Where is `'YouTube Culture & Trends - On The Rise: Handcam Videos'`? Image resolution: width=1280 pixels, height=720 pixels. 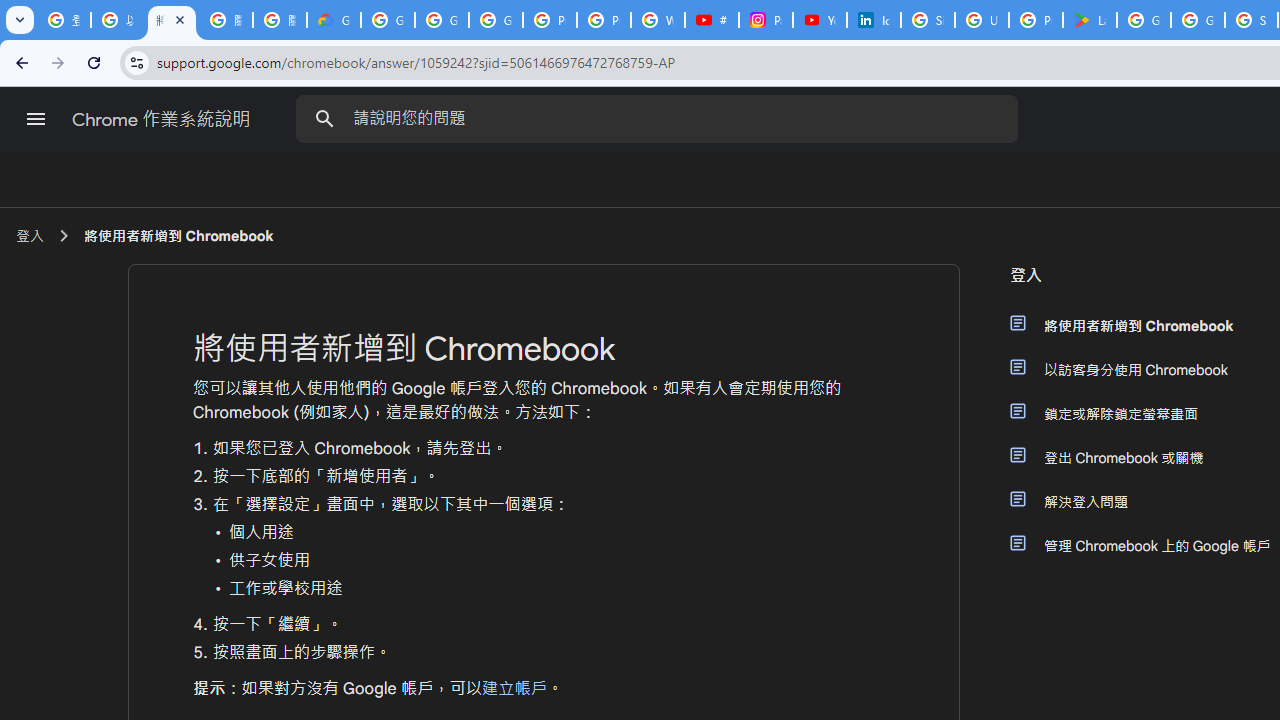 'YouTube Culture & Trends - On The Rise: Handcam Videos' is located at coordinates (819, 20).